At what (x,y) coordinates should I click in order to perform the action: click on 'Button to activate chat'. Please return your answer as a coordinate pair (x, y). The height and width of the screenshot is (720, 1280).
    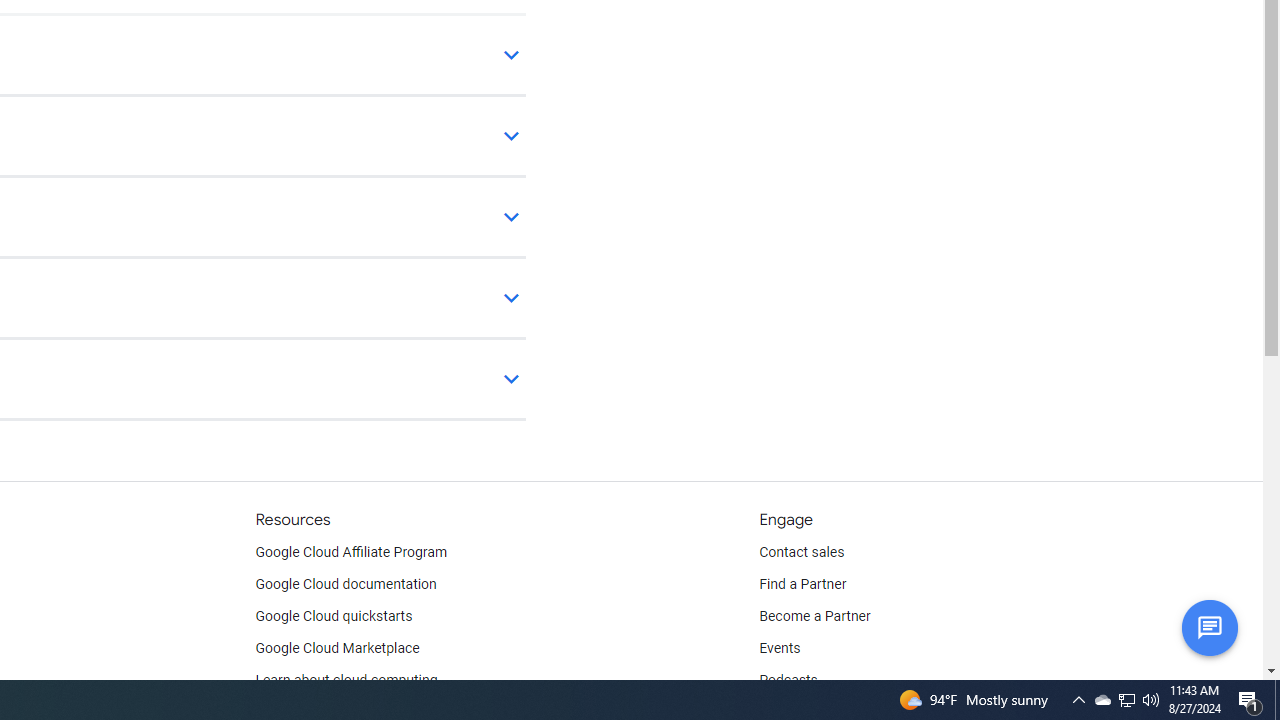
    Looking at the image, I should click on (1208, 626).